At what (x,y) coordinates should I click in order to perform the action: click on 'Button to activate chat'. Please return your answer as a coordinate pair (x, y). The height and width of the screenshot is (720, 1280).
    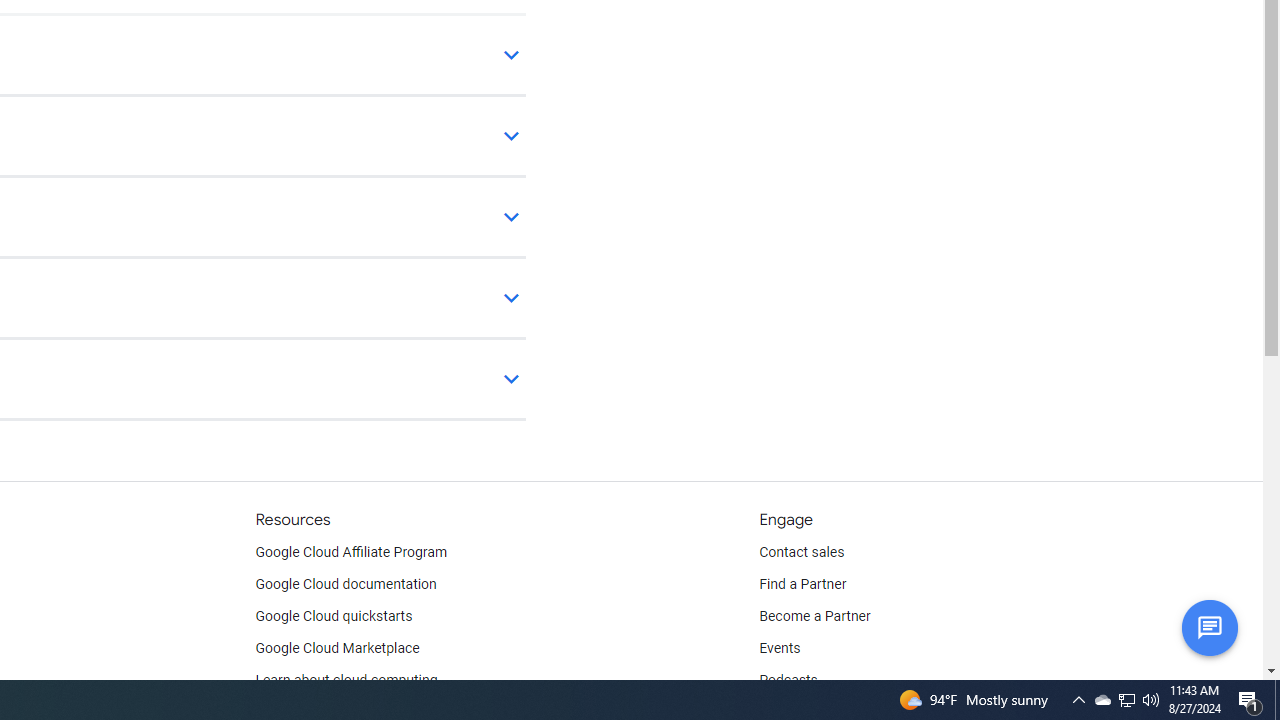
    Looking at the image, I should click on (1208, 626).